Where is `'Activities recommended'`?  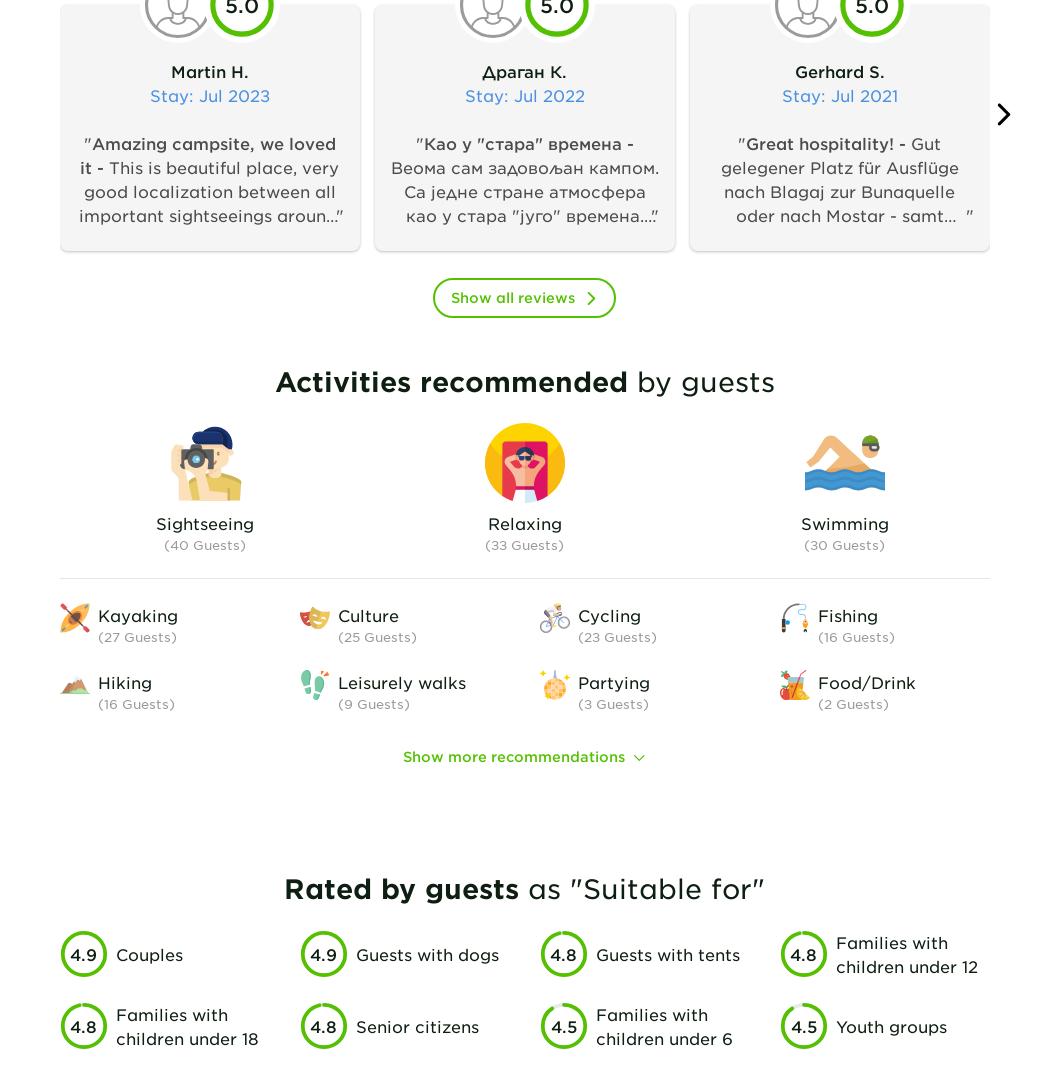
'Activities recommended' is located at coordinates (450, 380).